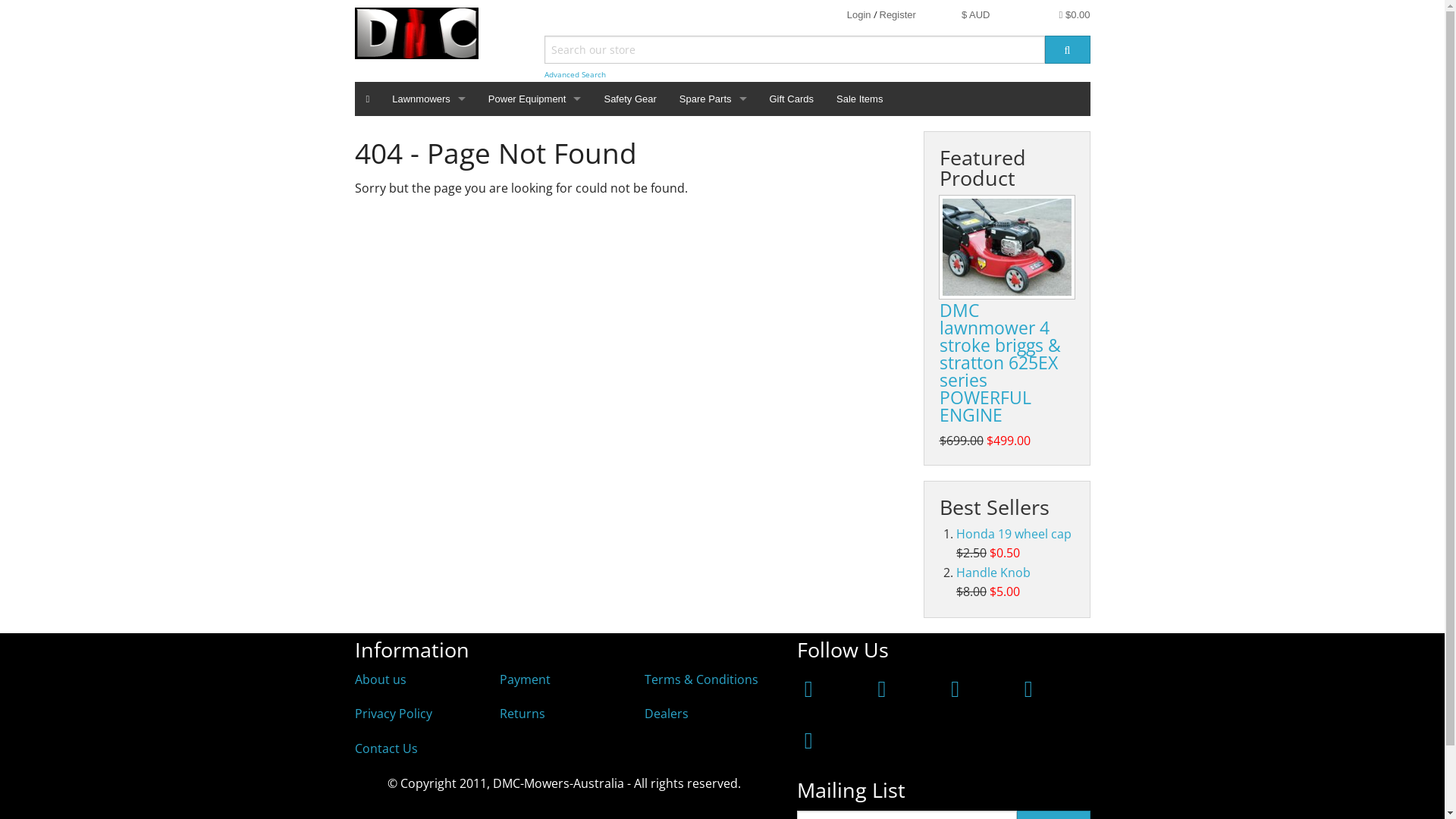  Describe the element at coordinates (525, 678) in the screenshot. I see `'Payment'` at that location.